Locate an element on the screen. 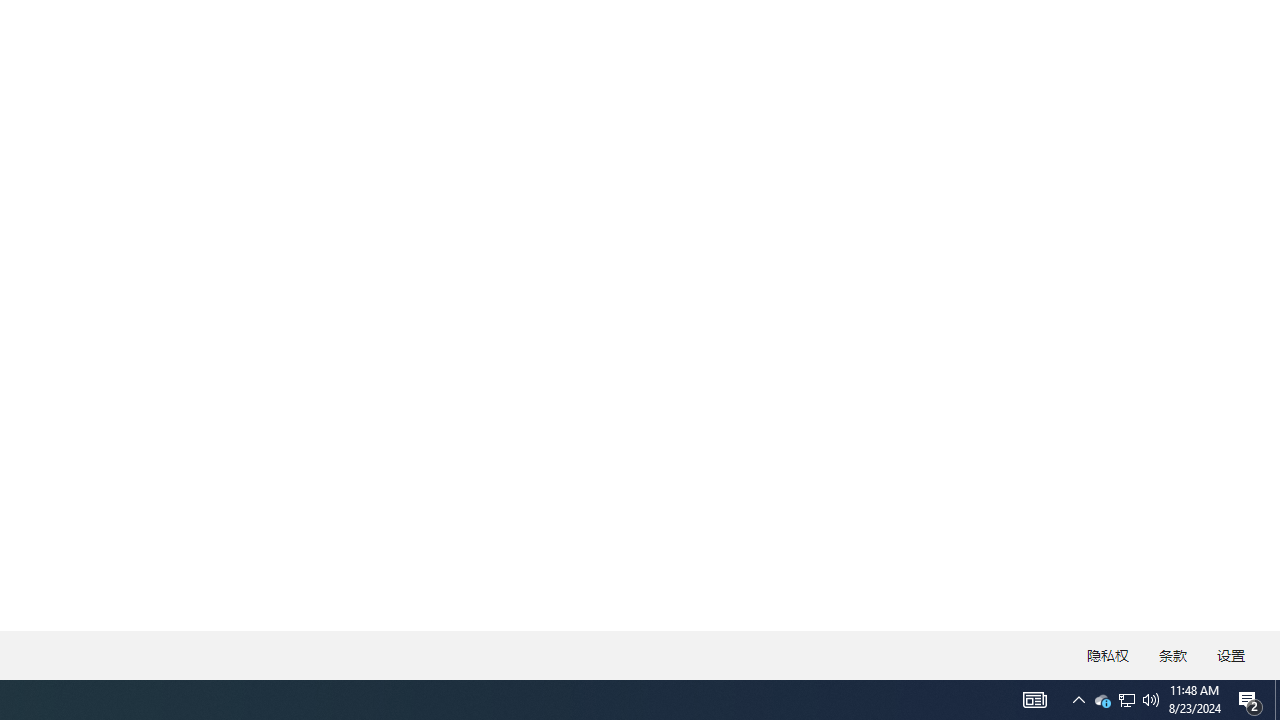 The image size is (1280, 720). 'User Promoted Notification Area' is located at coordinates (1127, 698).